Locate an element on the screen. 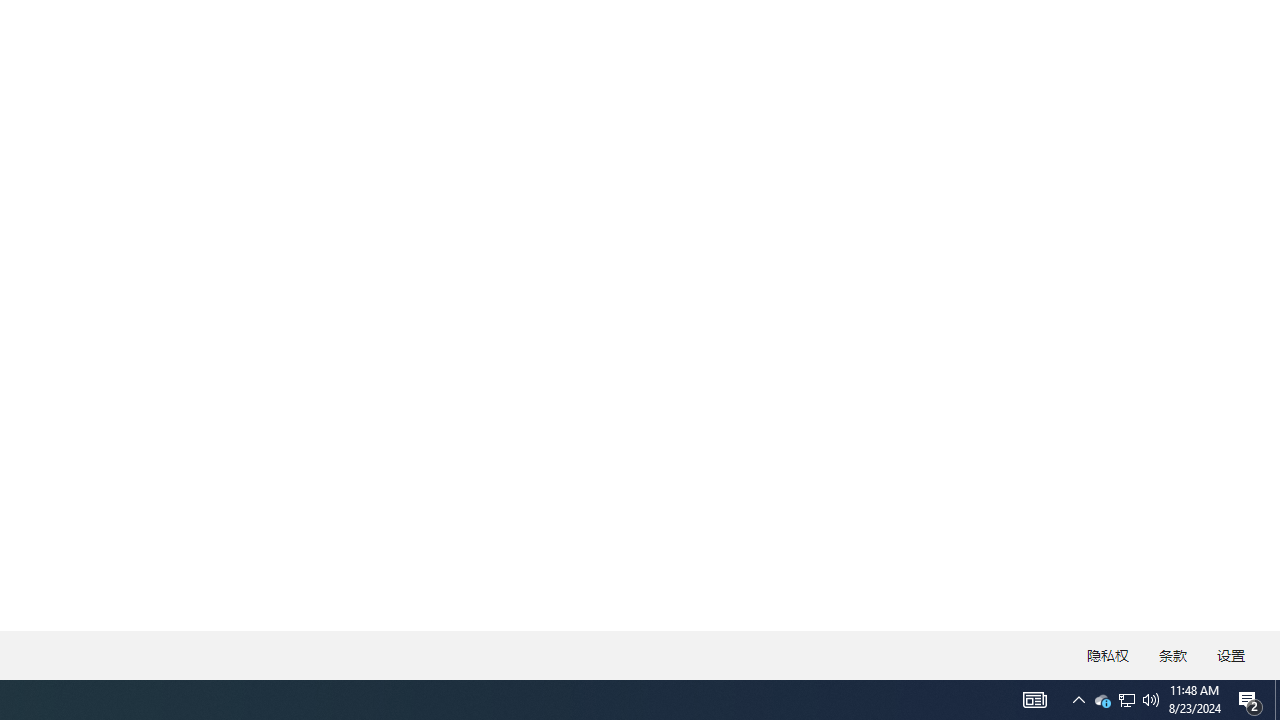 The image size is (1280, 720). 'User Promoted Notification Area' is located at coordinates (1127, 698).